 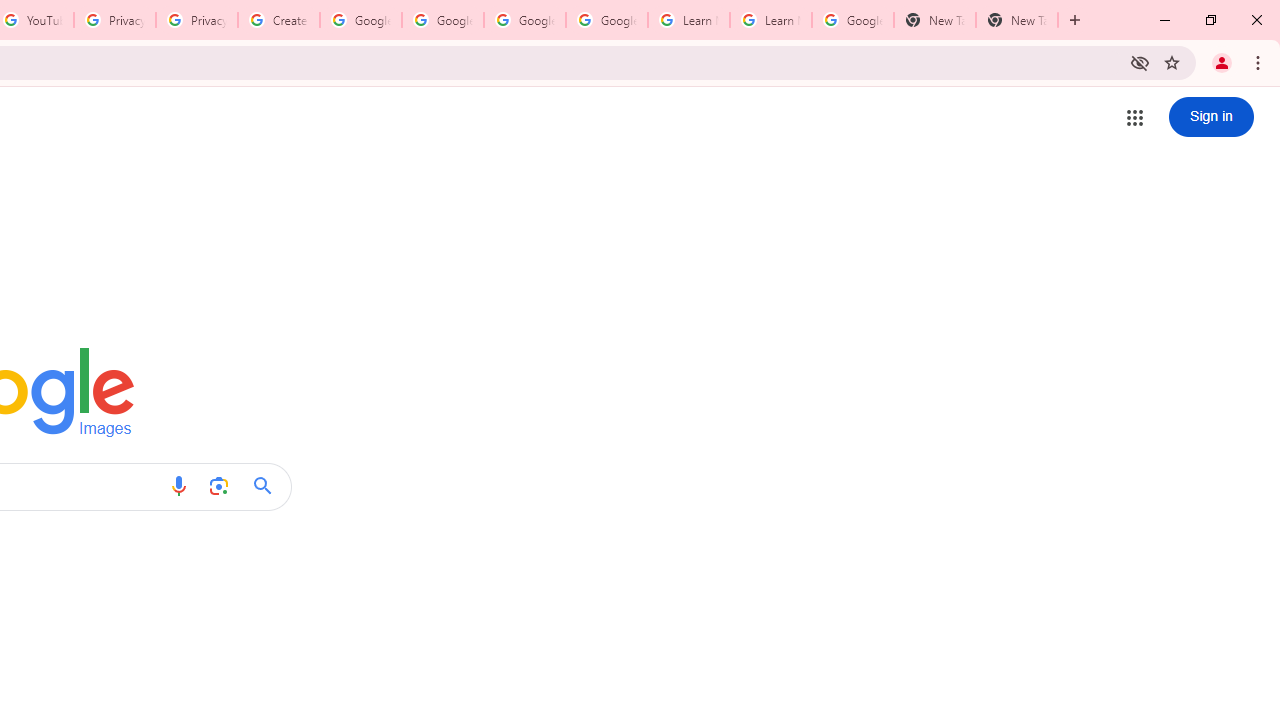 I want to click on 'Google Account Help', so click(x=605, y=20).